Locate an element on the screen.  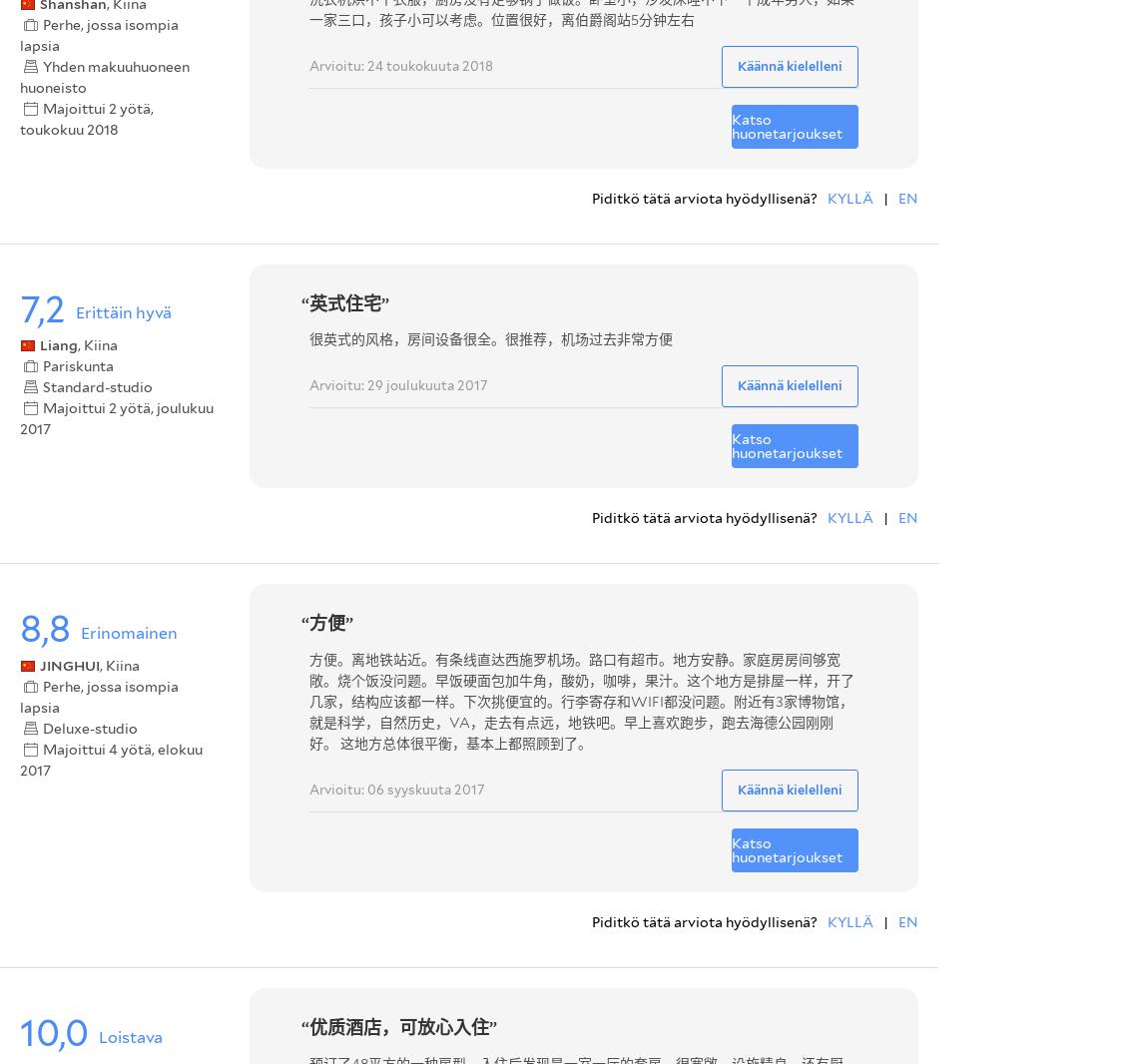
'Pariskunta' is located at coordinates (78, 366).